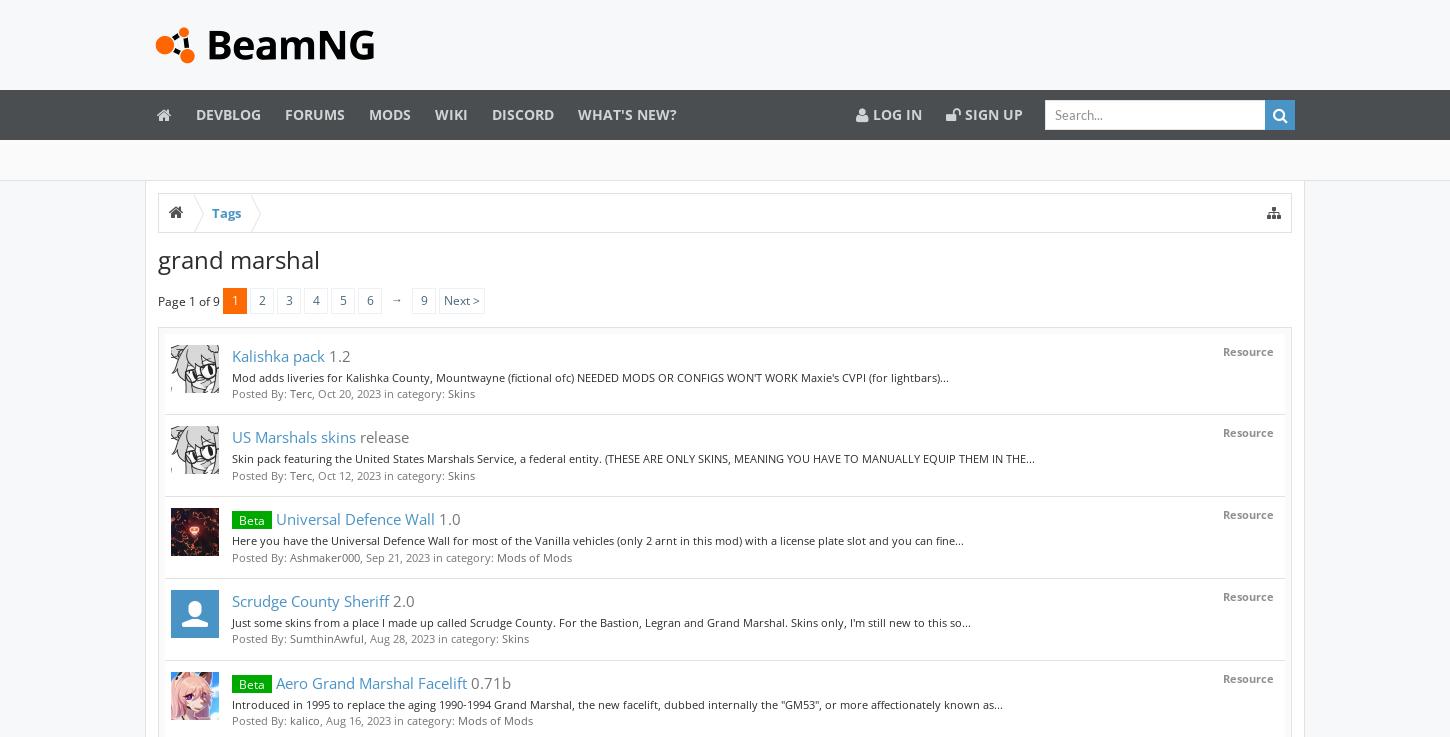 The width and height of the screenshot is (1450, 737). Describe the element at coordinates (469, 681) in the screenshot. I see `'0.71b'` at that location.